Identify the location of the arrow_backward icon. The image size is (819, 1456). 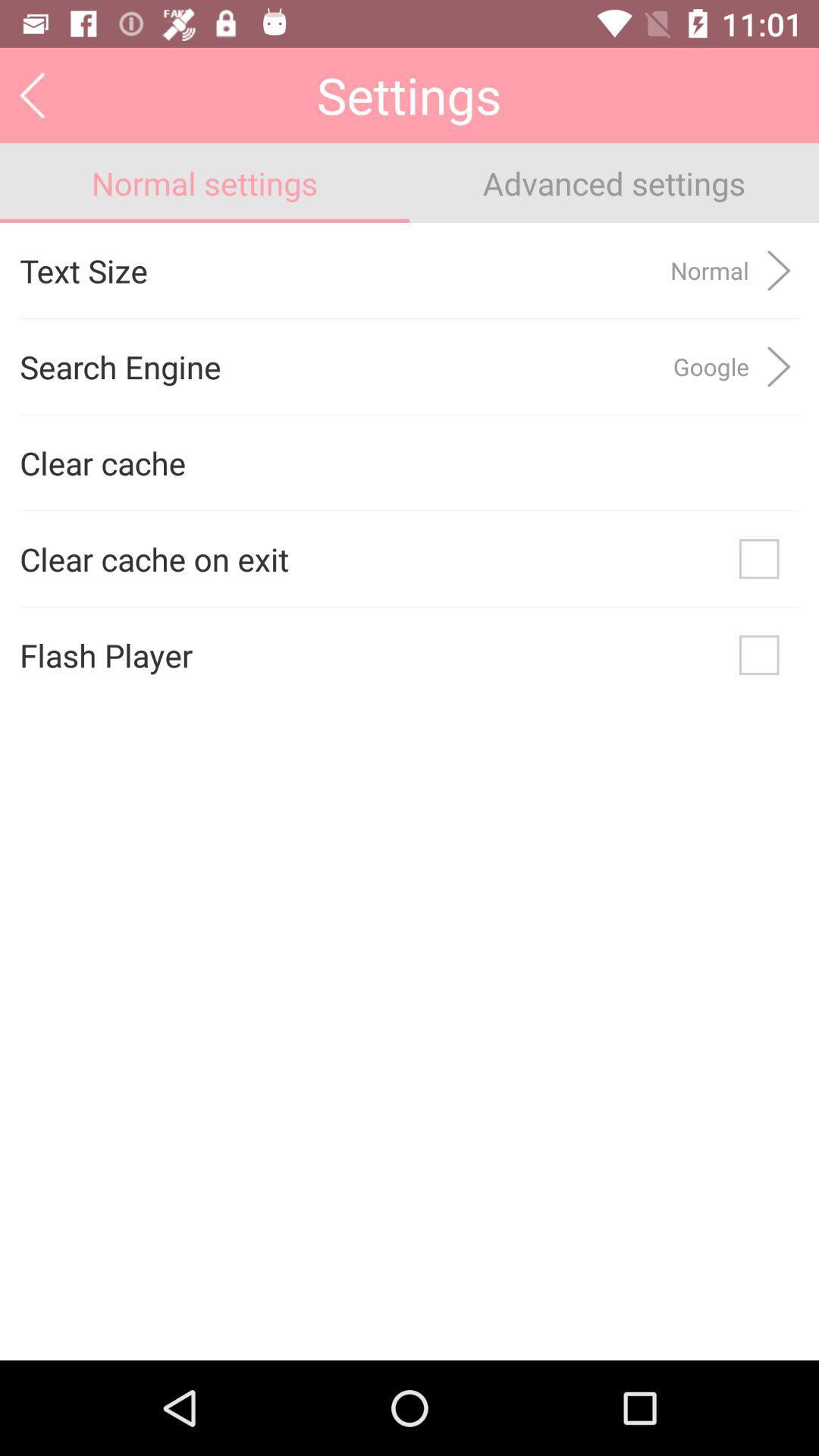
(32, 101).